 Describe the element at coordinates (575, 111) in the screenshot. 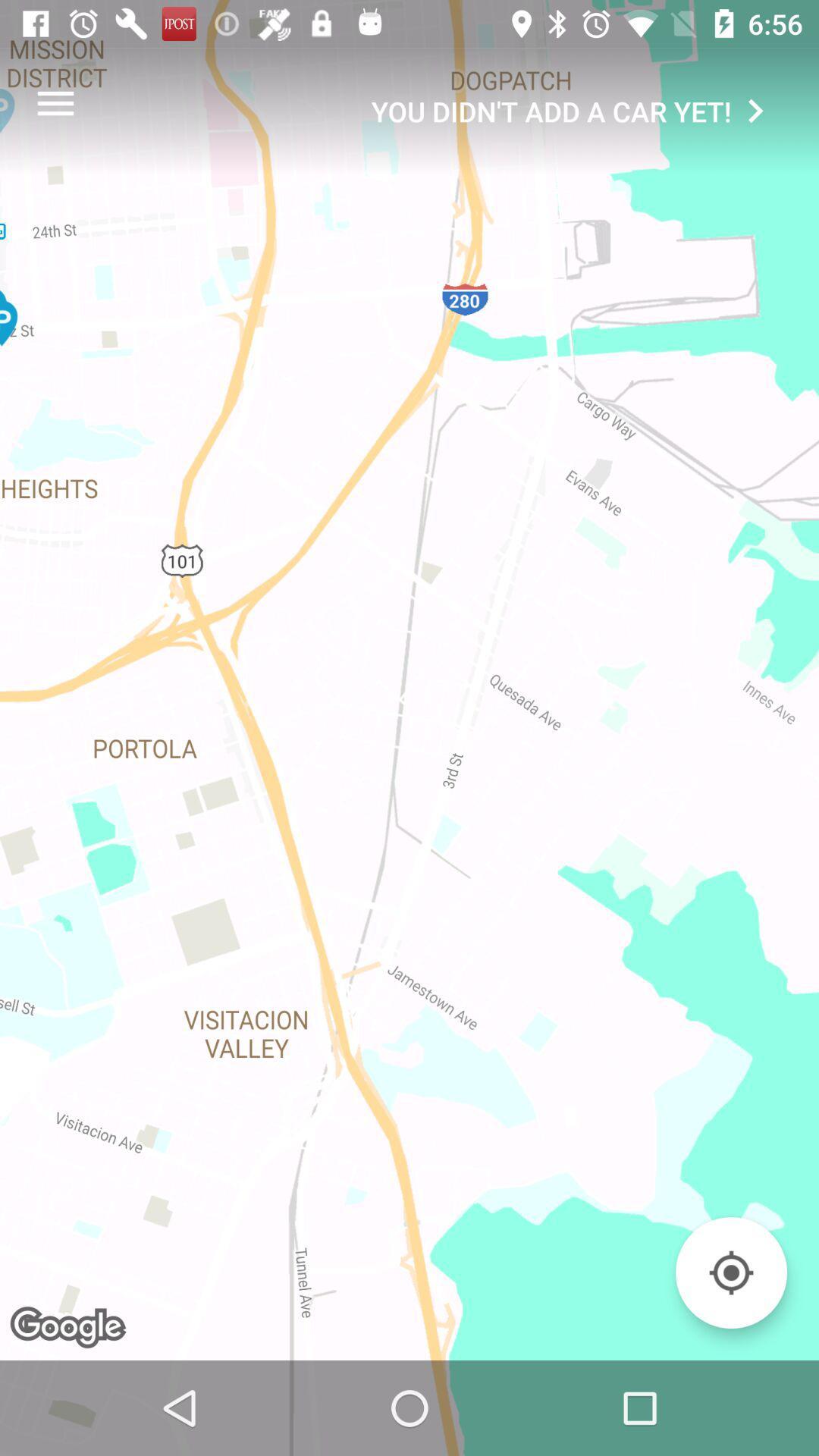

I see `item at the top right corner` at that location.